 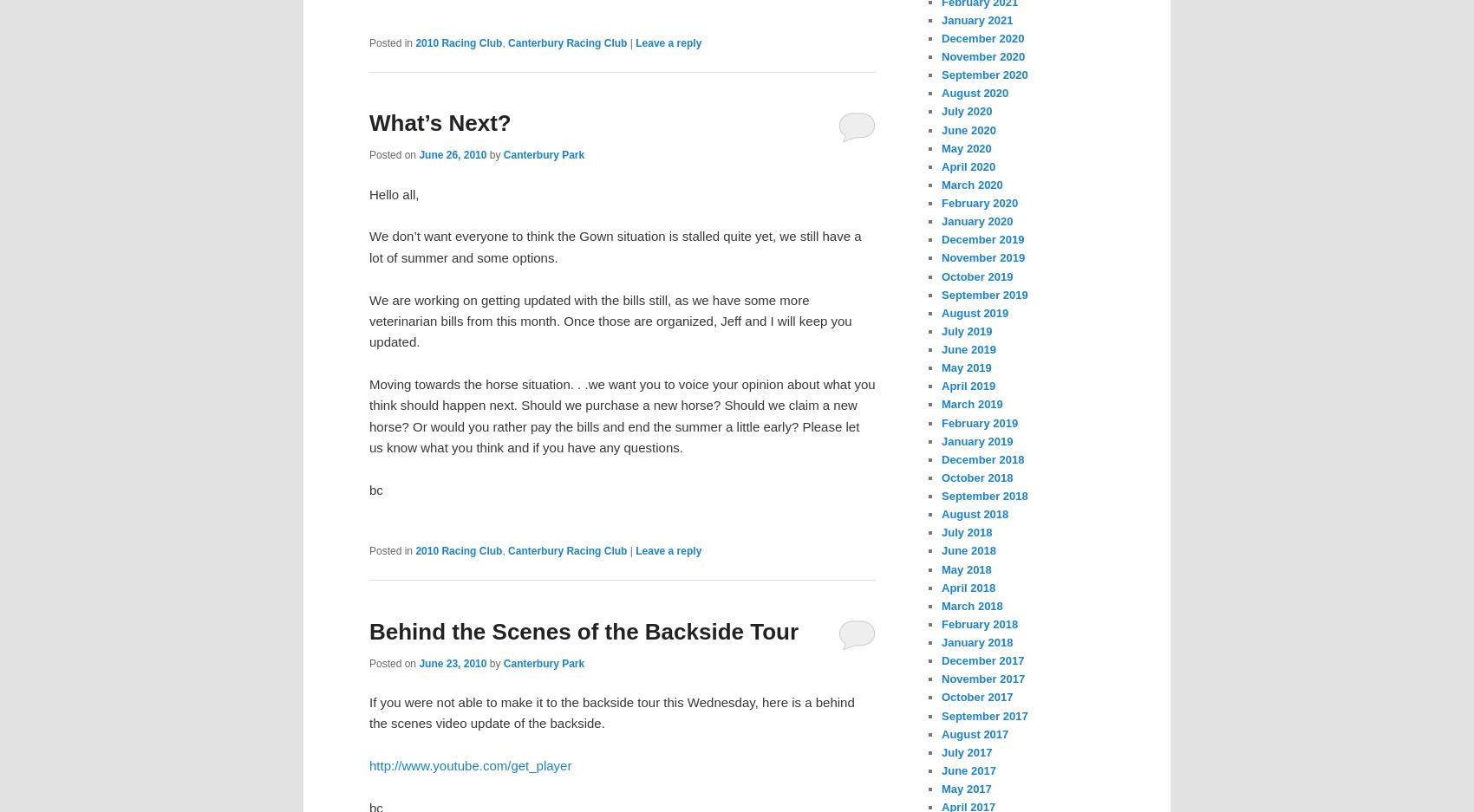 What do you see at coordinates (975, 513) in the screenshot?
I see `'August 2018'` at bounding box center [975, 513].